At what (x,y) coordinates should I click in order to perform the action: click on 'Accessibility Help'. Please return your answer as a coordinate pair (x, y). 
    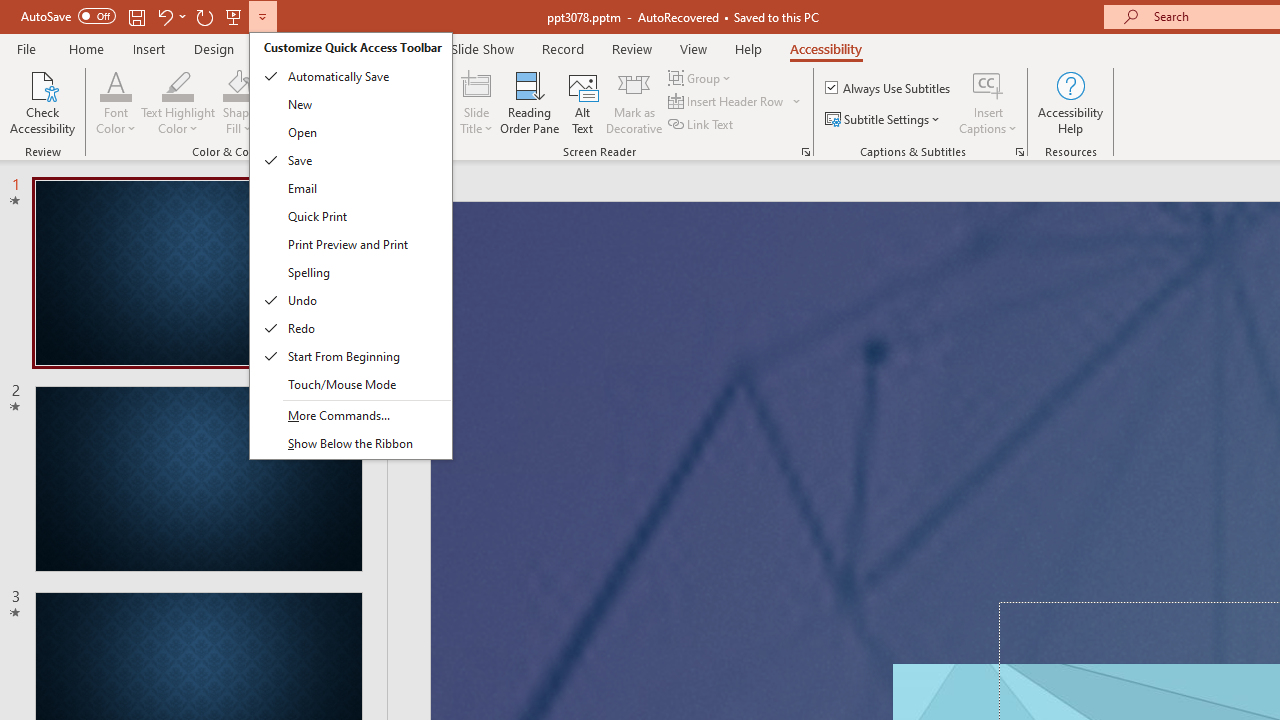
    Looking at the image, I should click on (1069, 103).